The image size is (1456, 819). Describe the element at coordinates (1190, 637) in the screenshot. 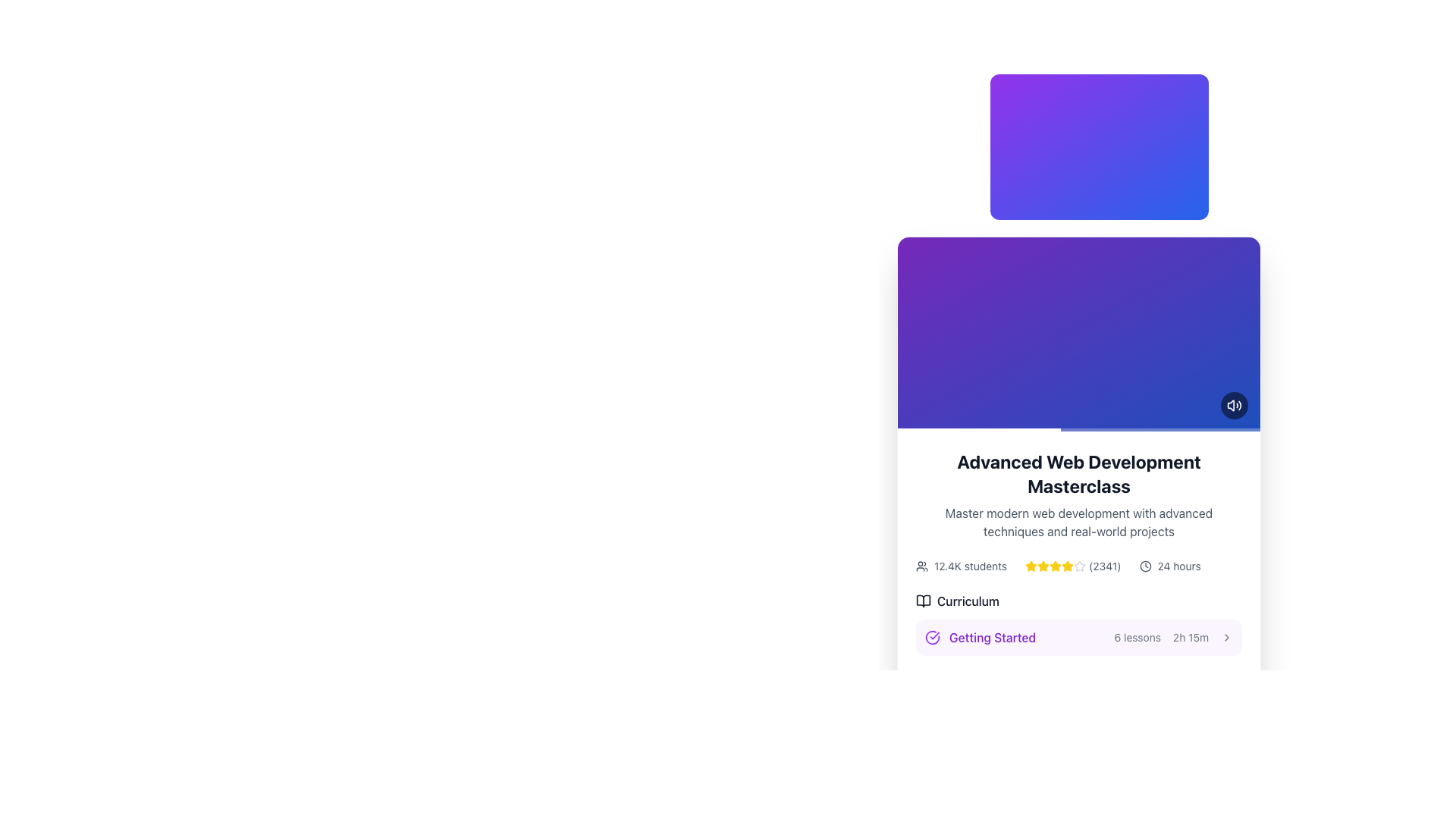

I see `the text element that represents the total duration of activities, positioned immediately after '6 lessons' and before an SVG icon in the 'Getting Started' section` at that location.